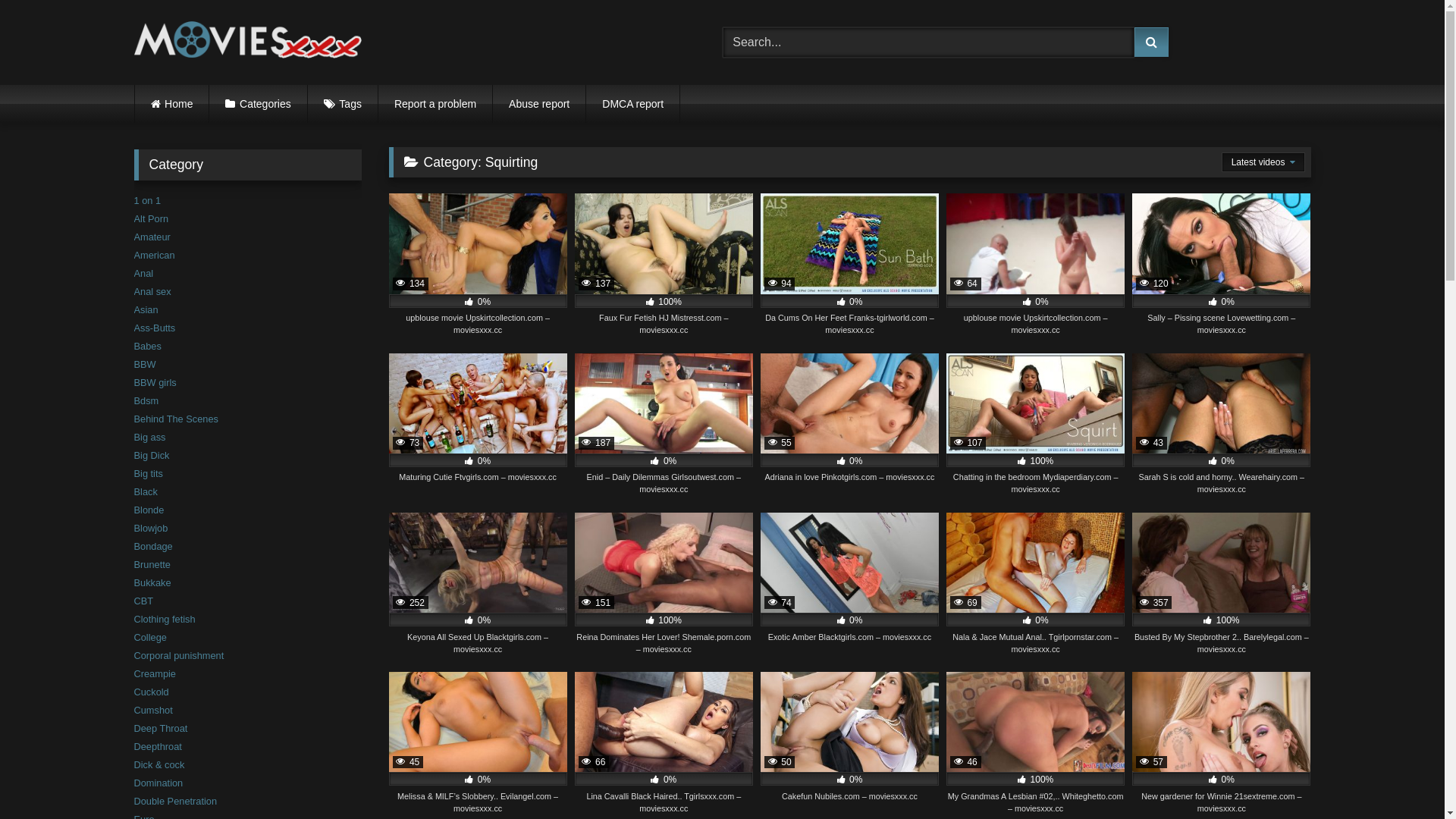 The width and height of the screenshot is (1456, 819). What do you see at coordinates (0, 0) in the screenshot?
I see `'Skip to content'` at bounding box center [0, 0].